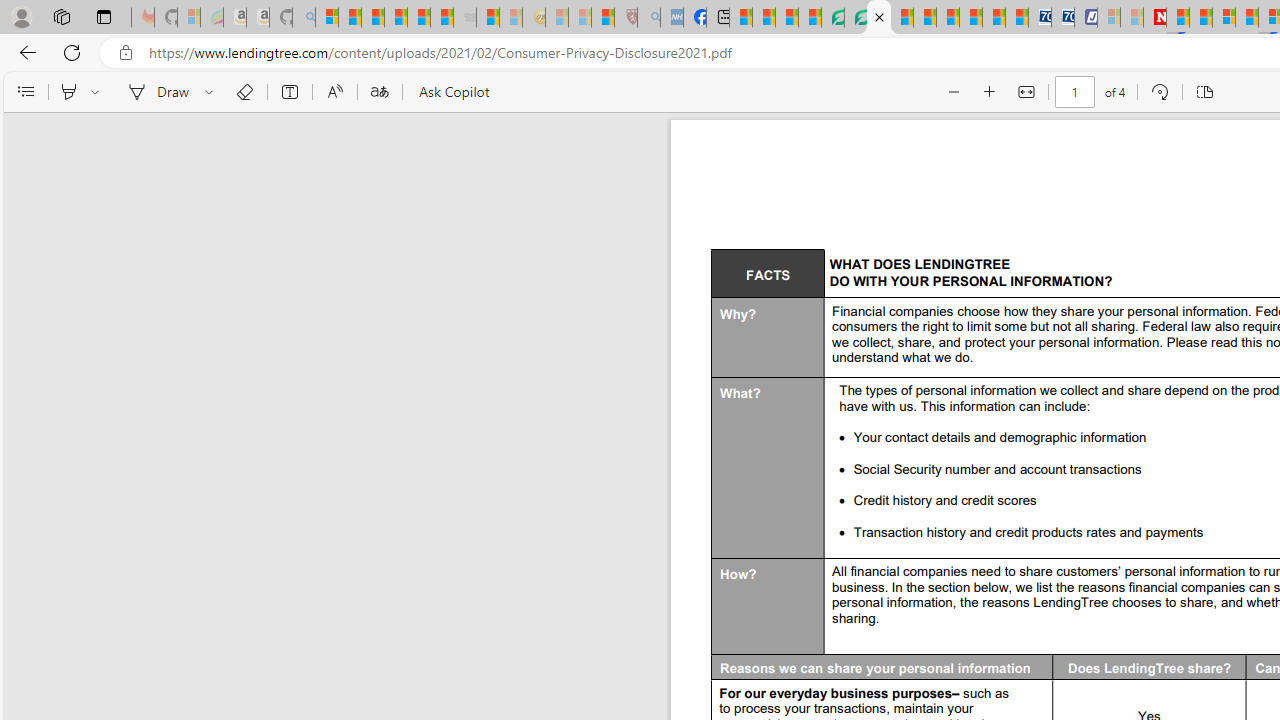 This screenshot has height=720, width=1280. Describe the element at coordinates (951, 92) in the screenshot. I see `'Zoom out (Ctrl+Minus key)'` at that location.